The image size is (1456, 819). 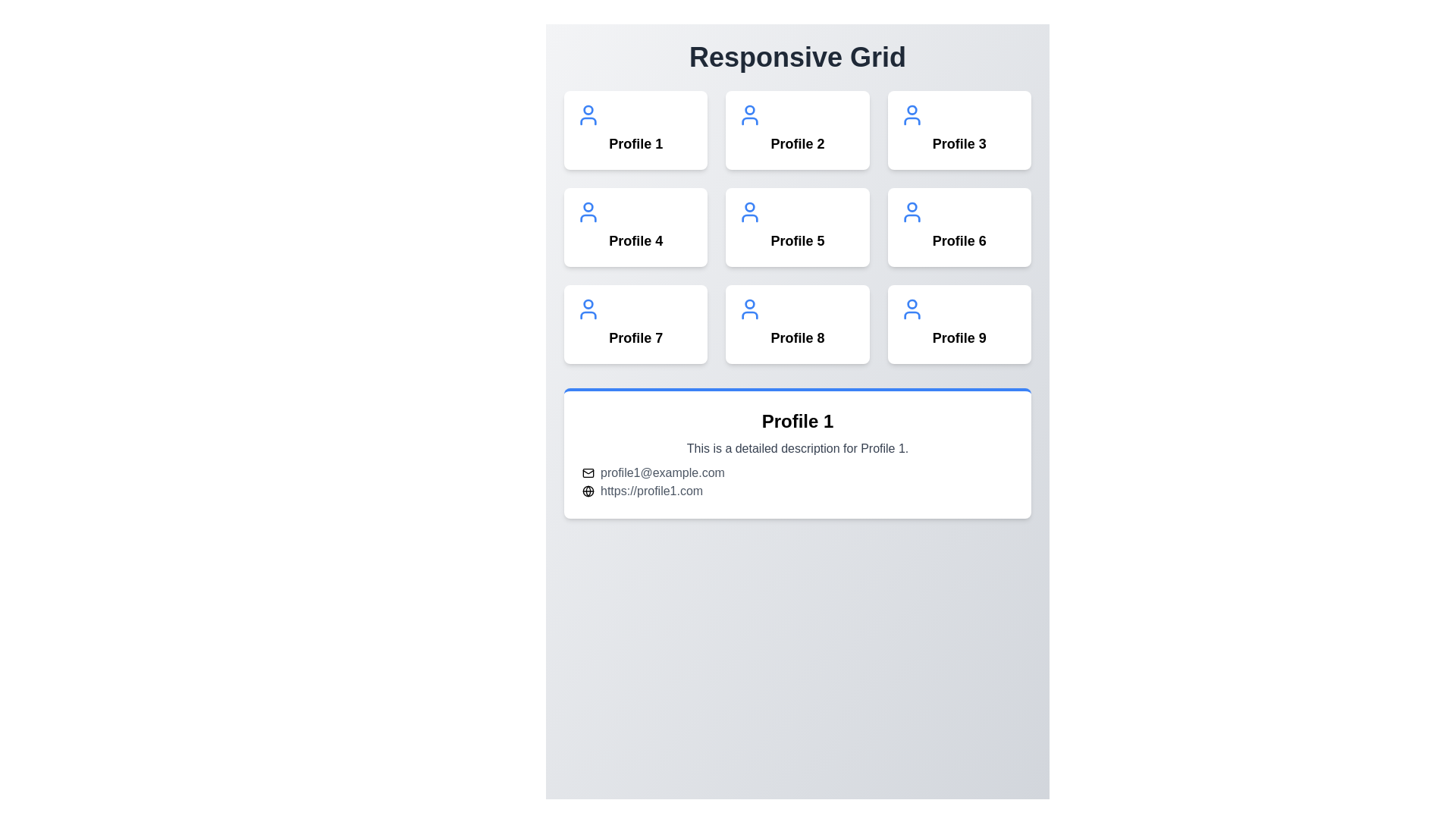 I want to click on the circular head of the user silhouette icon located in the 'Profile 6' tile, which is positioned in the second row and third column of the 3x3 grid layout, so click(x=911, y=207).